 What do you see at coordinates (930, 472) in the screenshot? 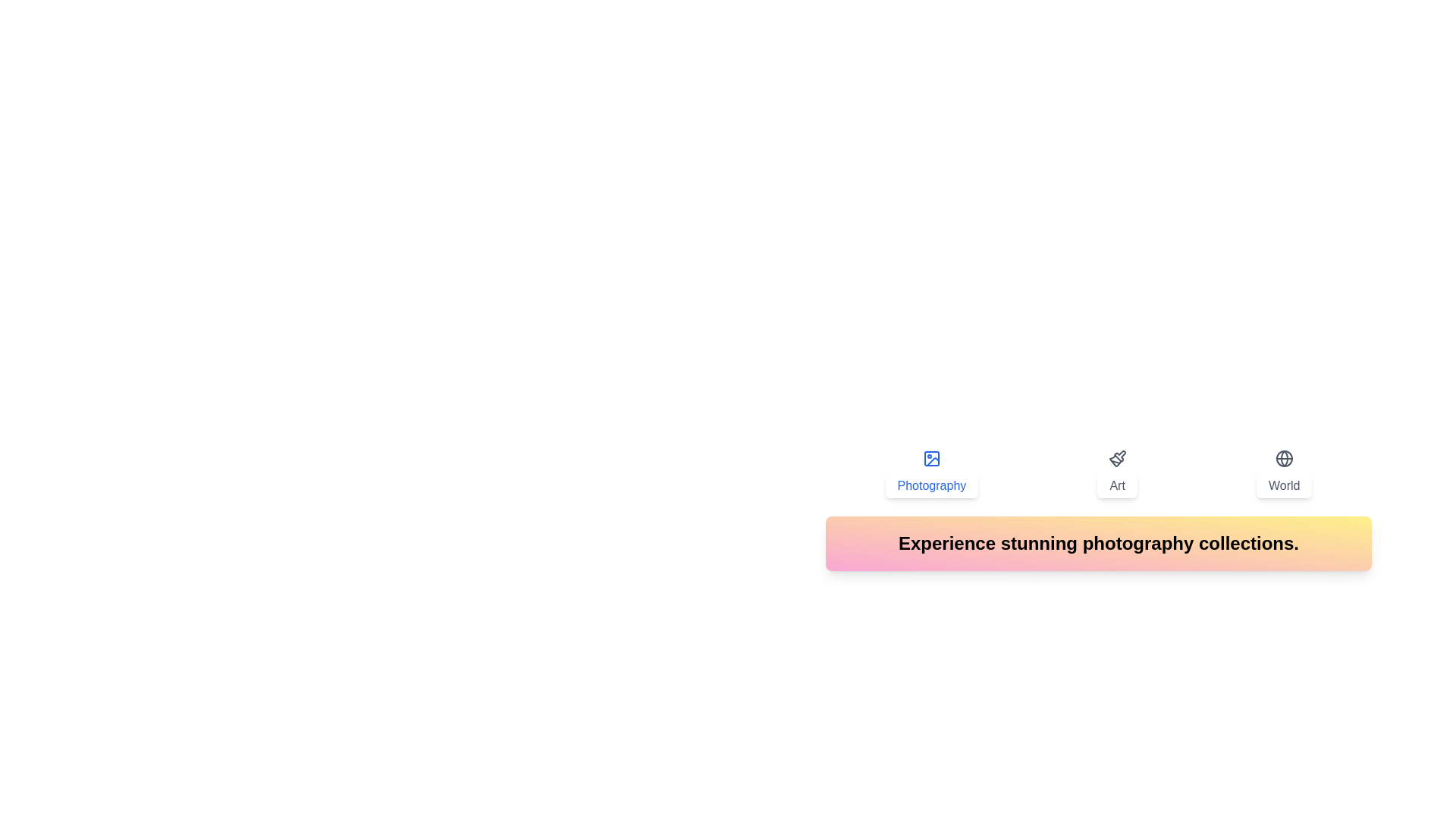
I see `the Photography tab to activate it` at bounding box center [930, 472].